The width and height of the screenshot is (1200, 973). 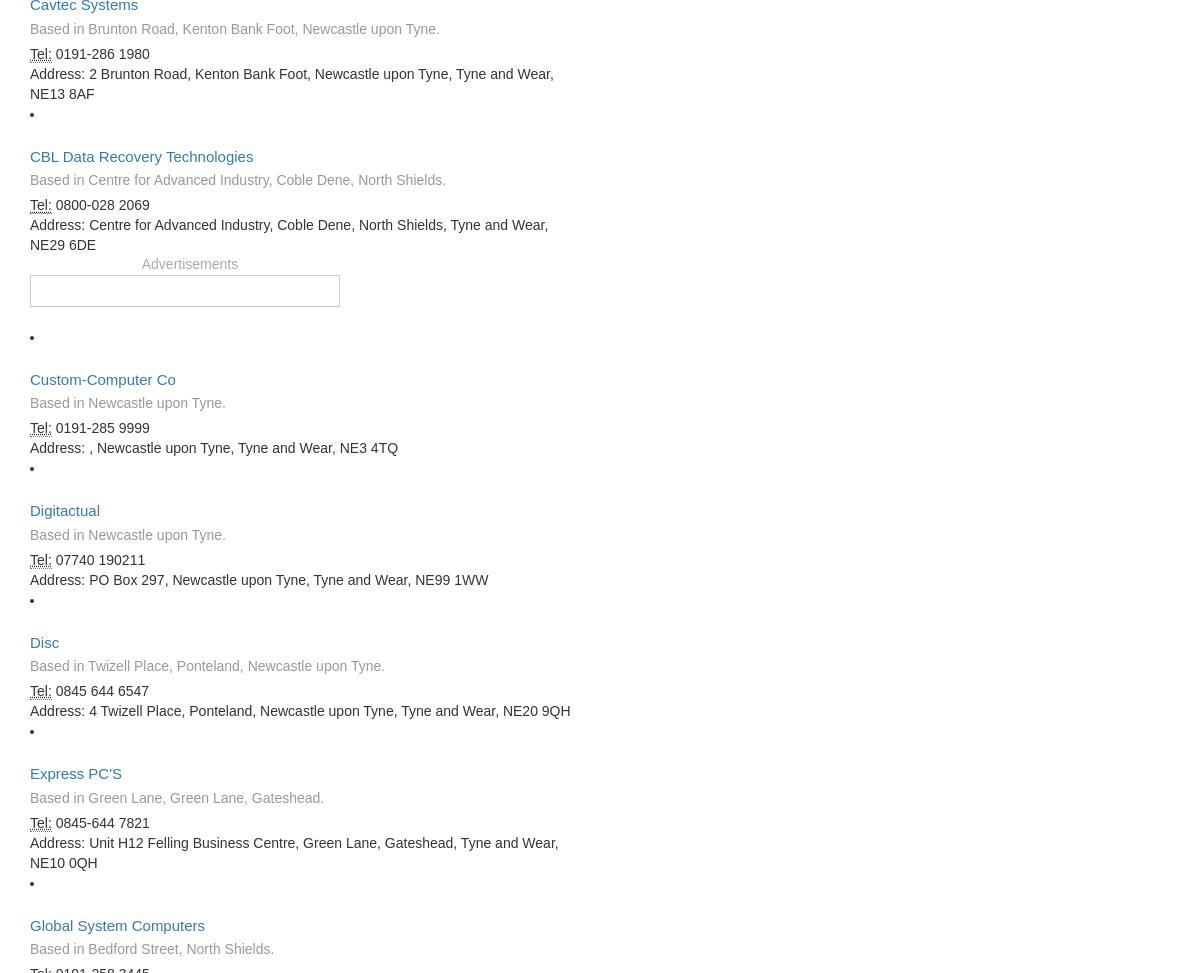 I want to click on '0845 644 6547', so click(x=99, y=690).